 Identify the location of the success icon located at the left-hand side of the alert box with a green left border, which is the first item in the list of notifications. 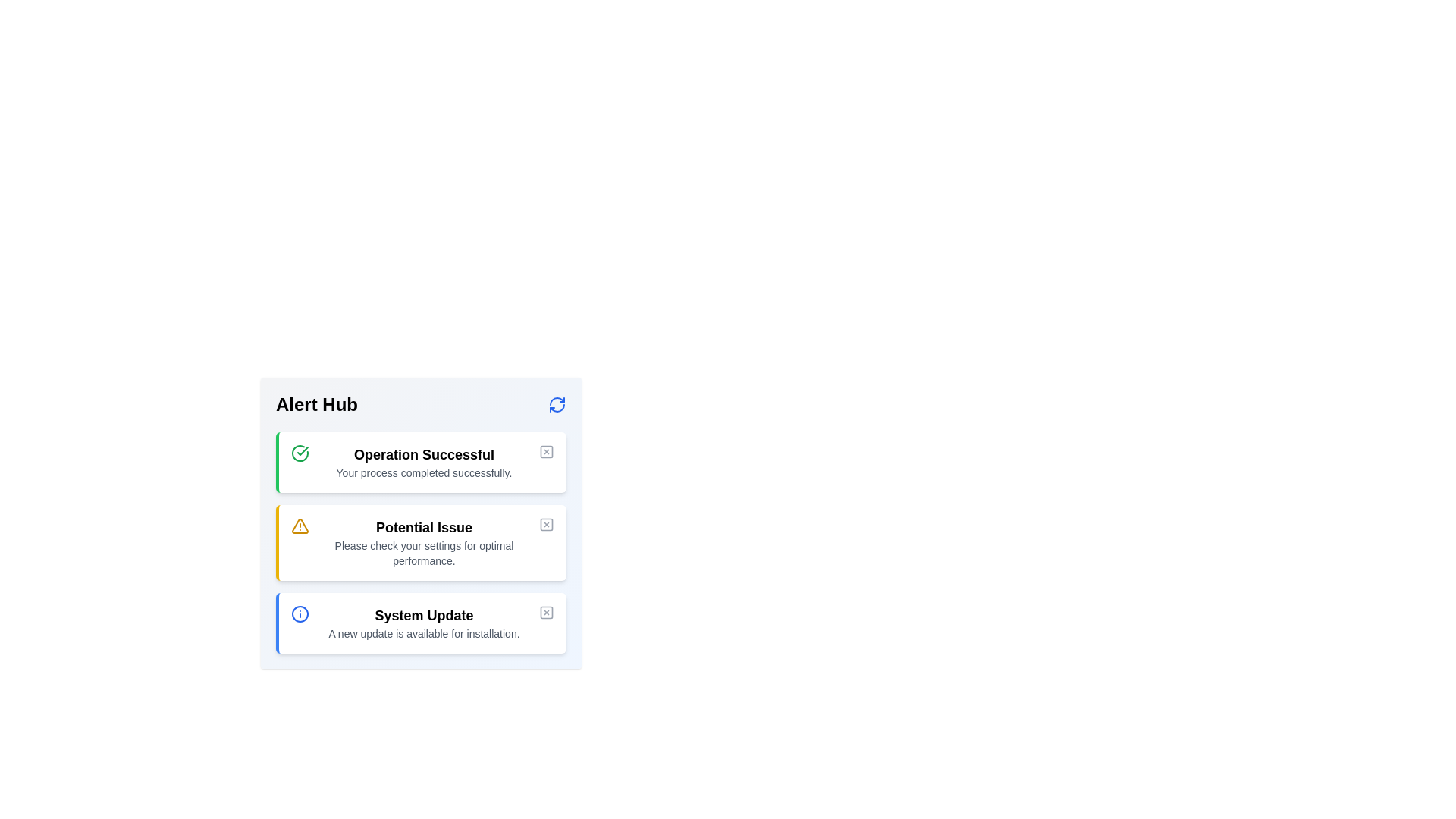
(300, 452).